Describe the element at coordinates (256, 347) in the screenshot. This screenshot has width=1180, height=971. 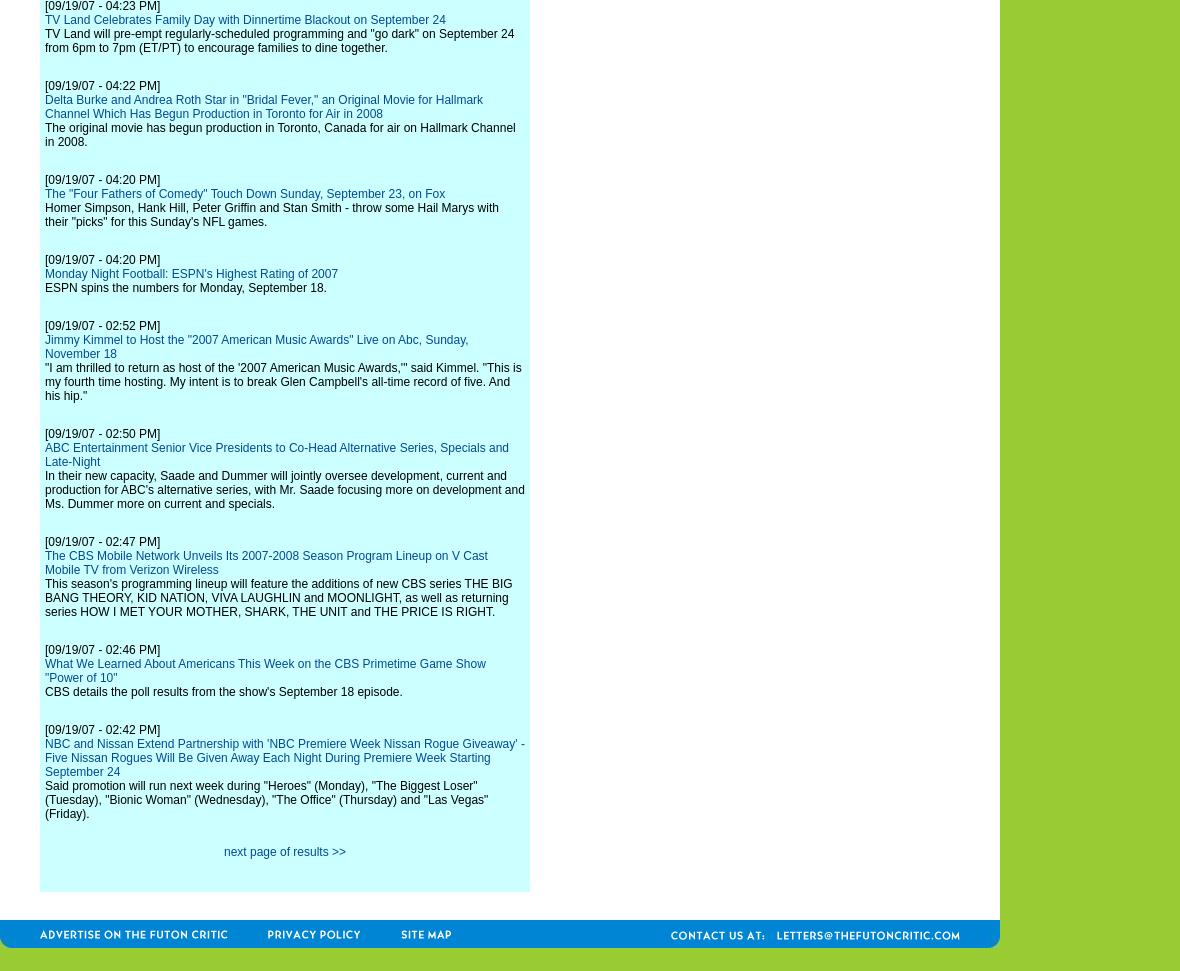
I see `'Jimmy Kimmel to Host the "2007 American Music Awards" Live on Abc, Sunday, November 18'` at that location.